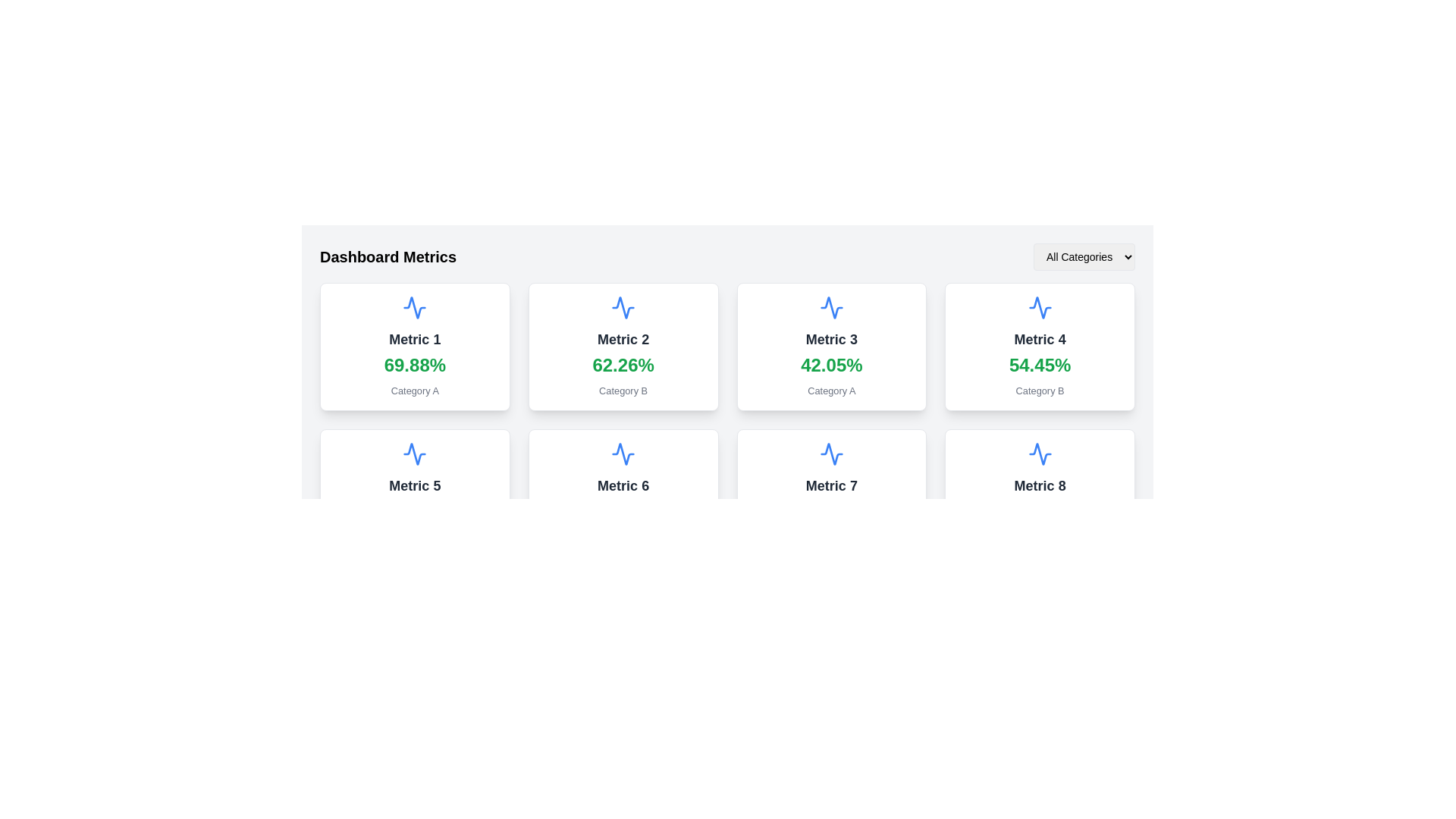 The width and height of the screenshot is (1456, 819). What do you see at coordinates (415, 390) in the screenshot?
I see `the static text label that summarizes or groups the data displayed in the card for 'Metric 1', located directly below the green bold '69.88%' value` at bounding box center [415, 390].